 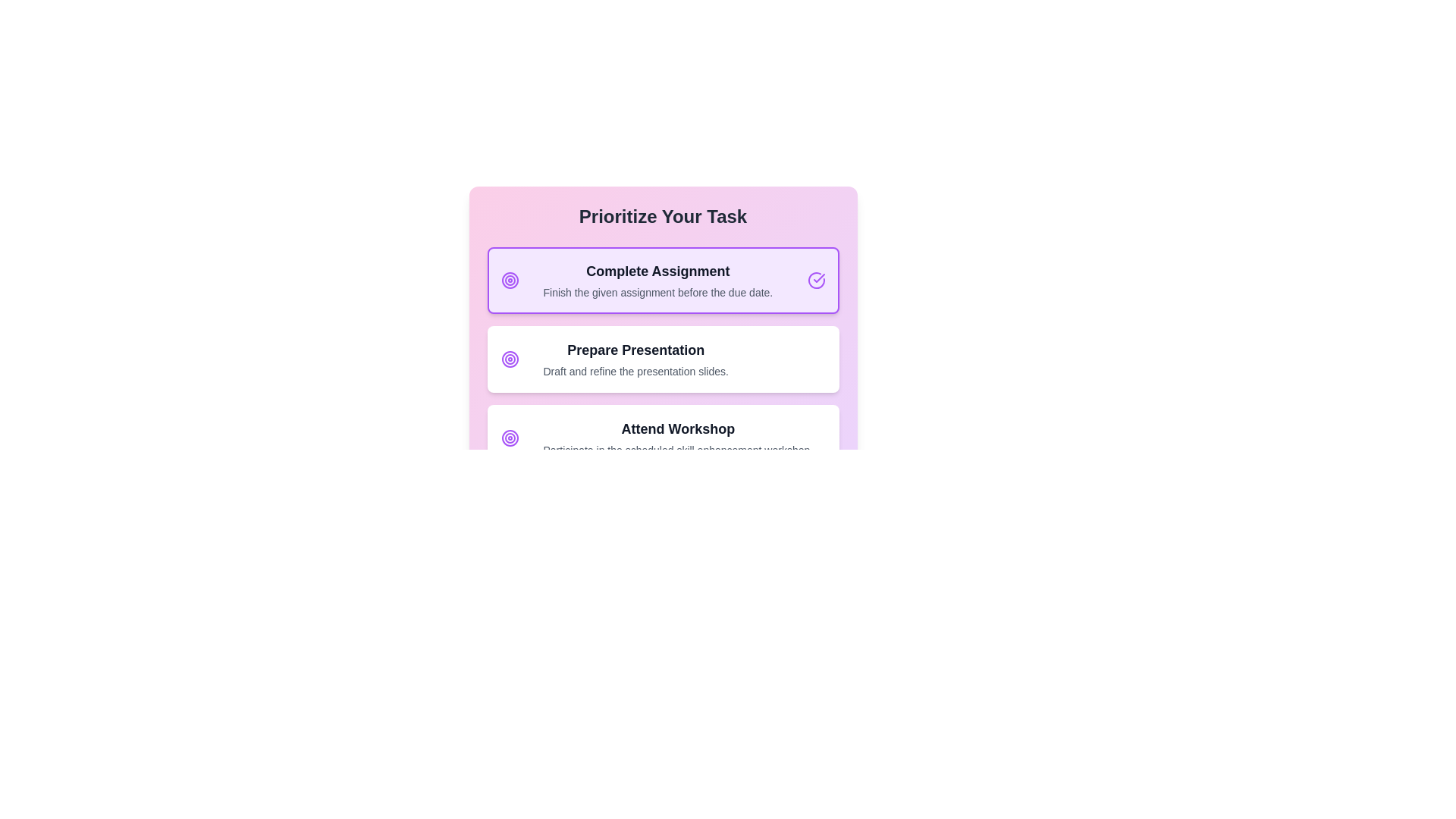 What do you see at coordinates (818, 278) in the screenshot?
I see `the checkmark-like icon with a bold purple stroke located in the upper-right corner of the 'Complete Assignment' card` at bounding box center [818, 278].